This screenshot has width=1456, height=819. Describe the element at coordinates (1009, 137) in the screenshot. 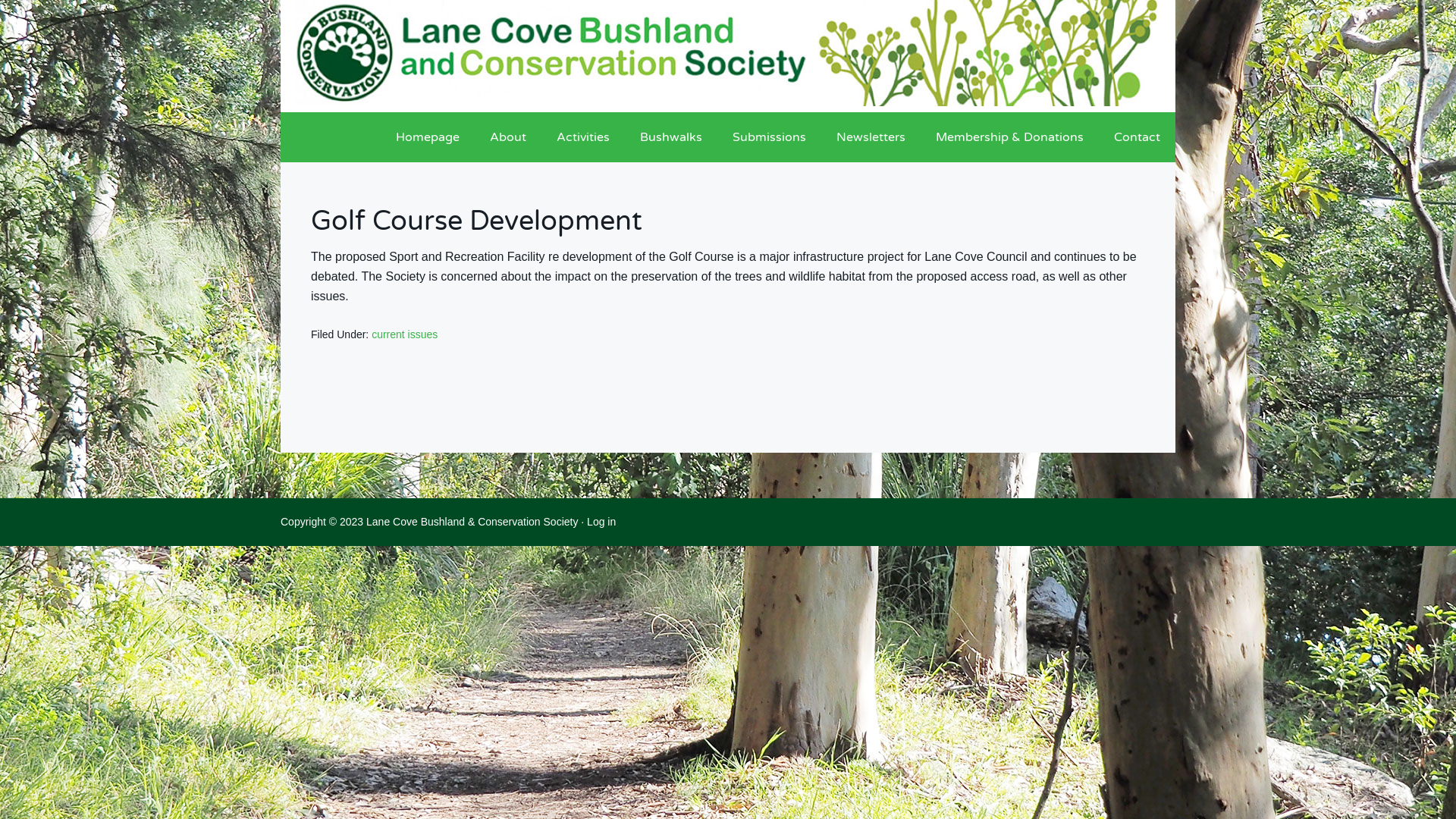

I see `'Membership & Donations'` at that location.